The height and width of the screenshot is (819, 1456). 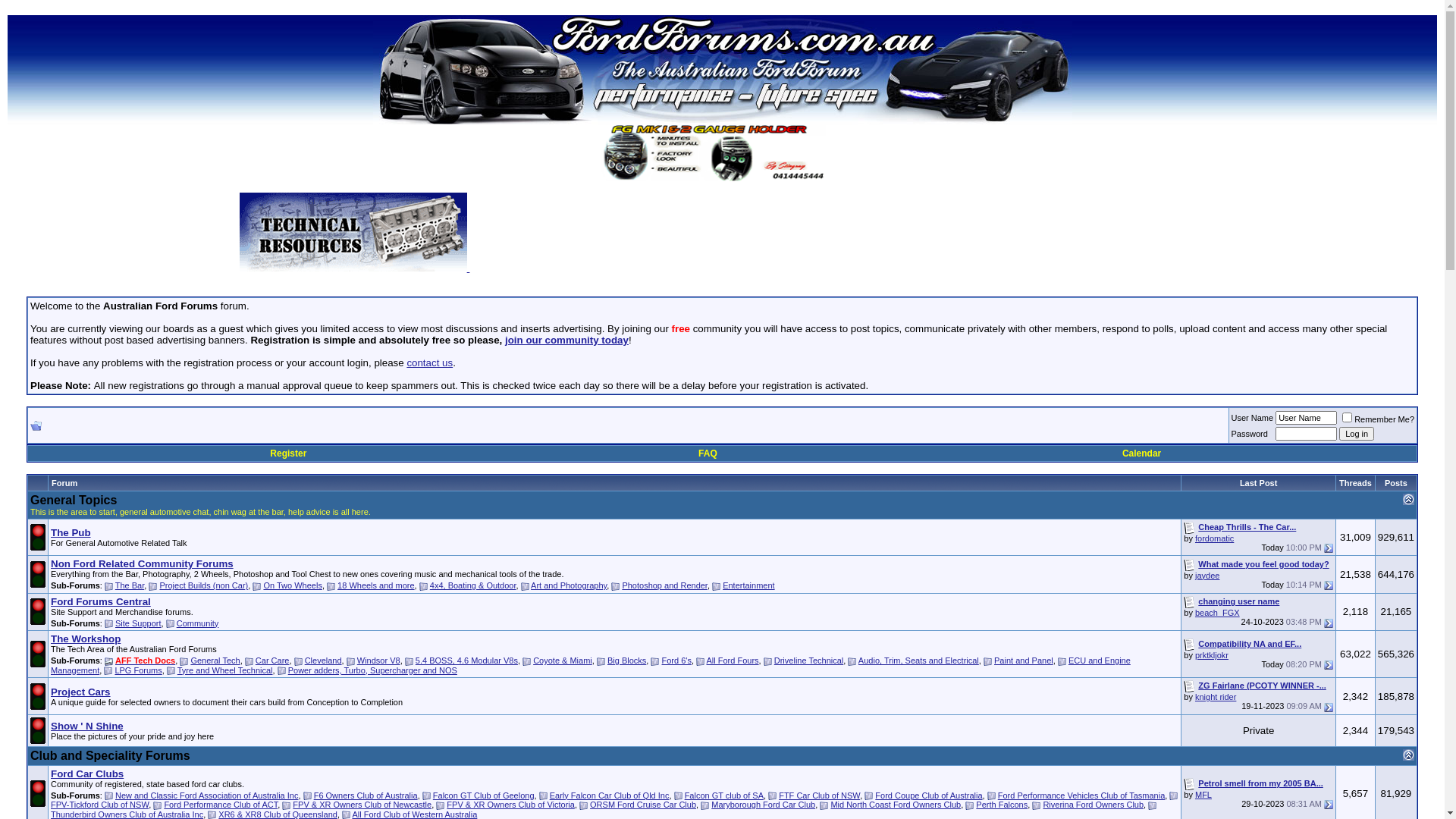 What do you see at coordinates (626, 660) in the screenshot?
I see `'Big Blocks'` at bounding box center [626, 660].